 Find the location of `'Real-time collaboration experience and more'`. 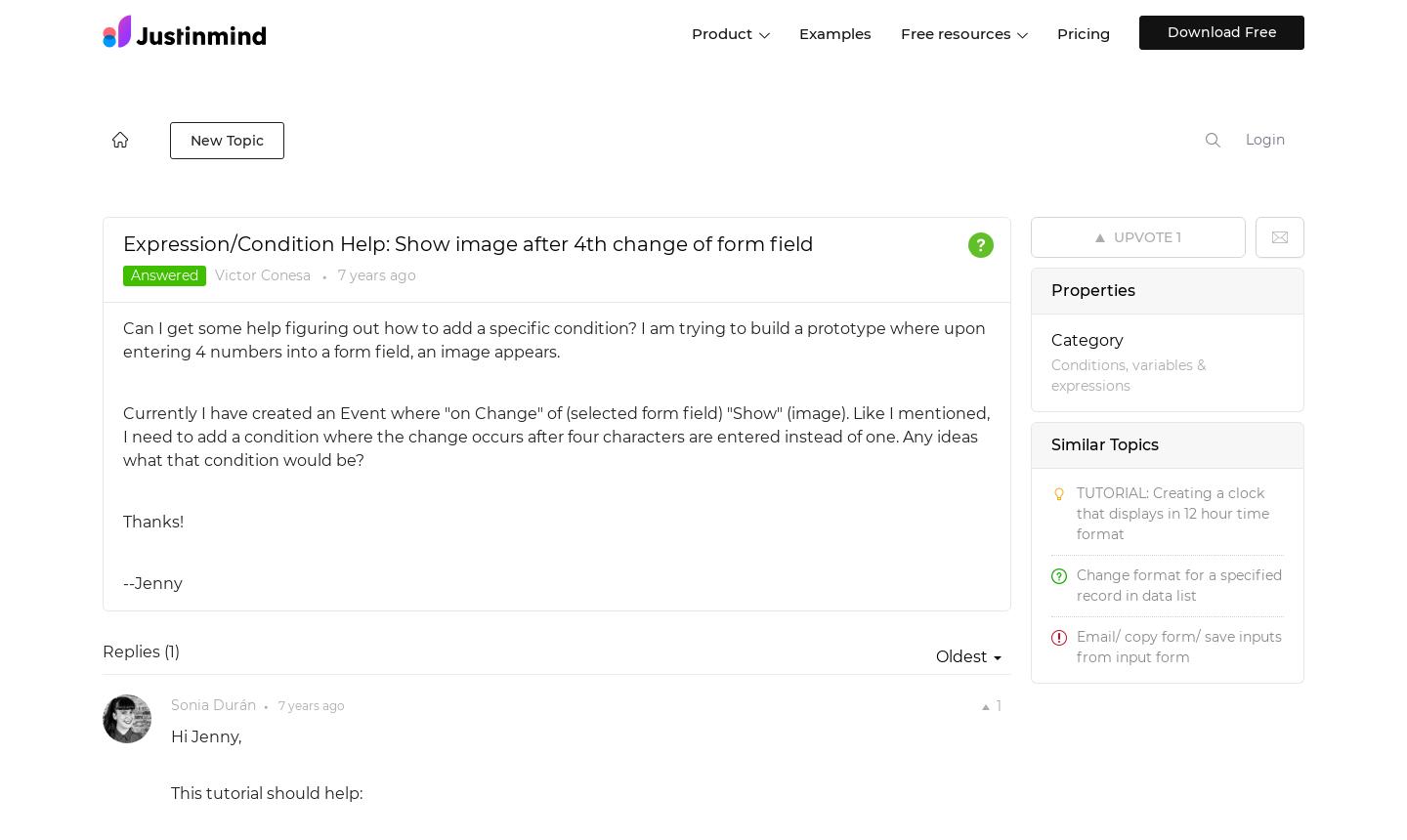

'Real-time collaboration experience and more' is located at coordinates (815, 463).